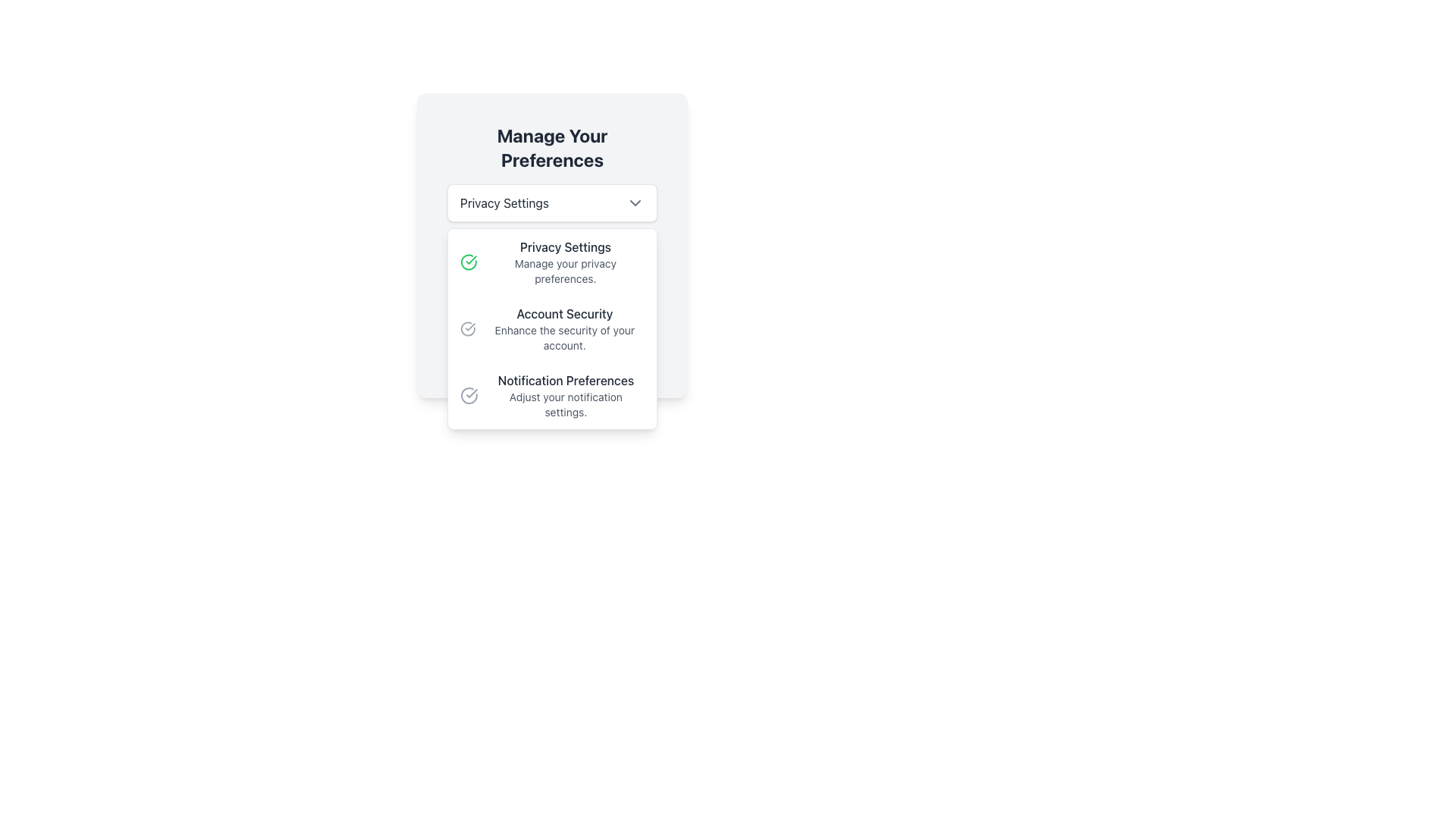 This screenshot has width=1456, height=819. Describe the element at coordinates (467, 328) in the screenshot. I see `the circular checkmark icon located near the left side of the 'Account Security' list item in the dropdown menu` at that location.